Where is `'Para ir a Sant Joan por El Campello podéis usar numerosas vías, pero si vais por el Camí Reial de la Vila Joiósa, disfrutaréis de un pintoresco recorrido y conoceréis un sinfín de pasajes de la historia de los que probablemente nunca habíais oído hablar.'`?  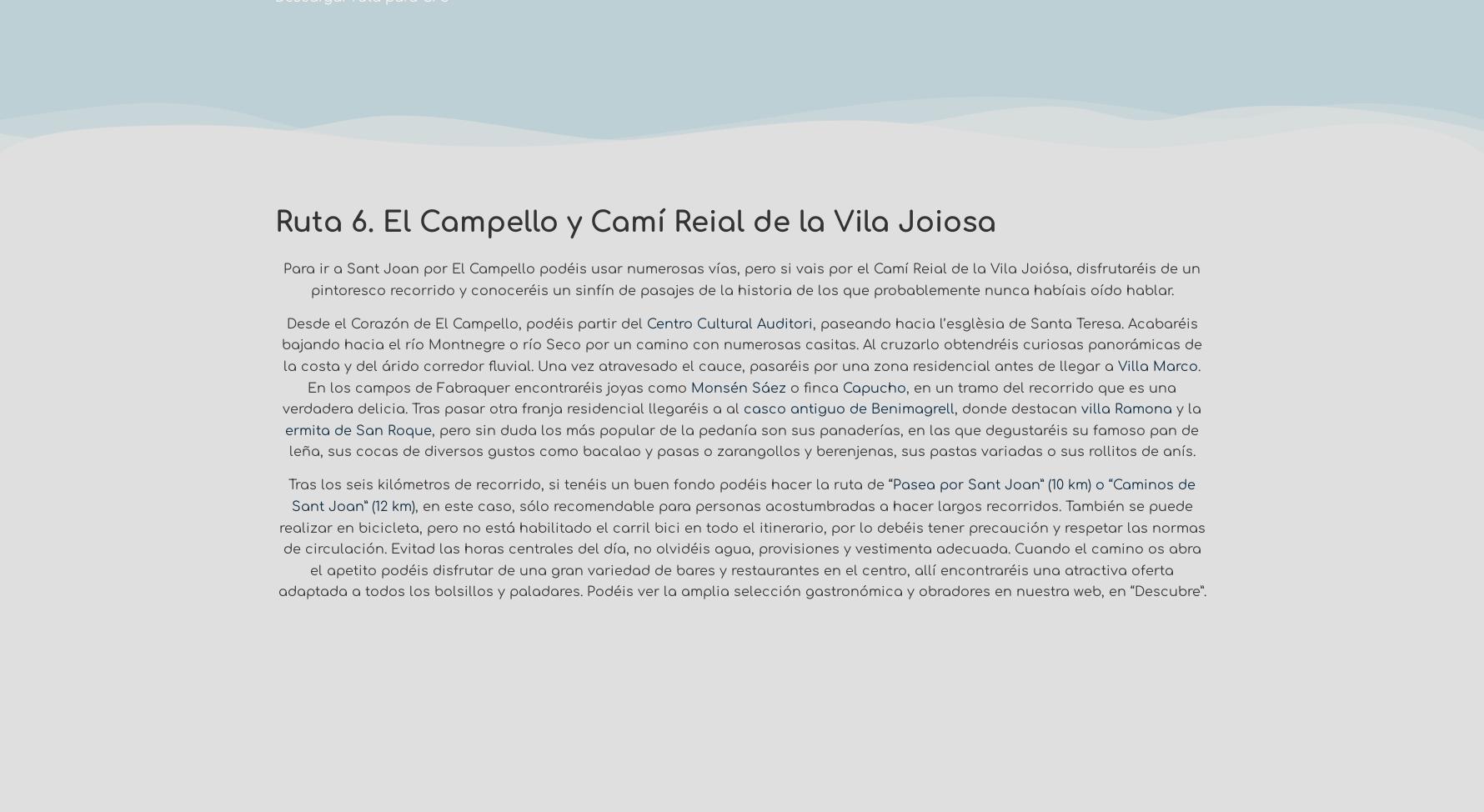 'Para ir a Sant Joan por El Campello podéis usar numerosas vías, pero si vais por el Camí Reial de la Vila Joiósa, disfrutaréis de un pintoresco recorrido y conoceréis un sinfín de pasajes de la historia de los que probablemente nunca habíais oído hablar.' is located at coordinates (742, 279).